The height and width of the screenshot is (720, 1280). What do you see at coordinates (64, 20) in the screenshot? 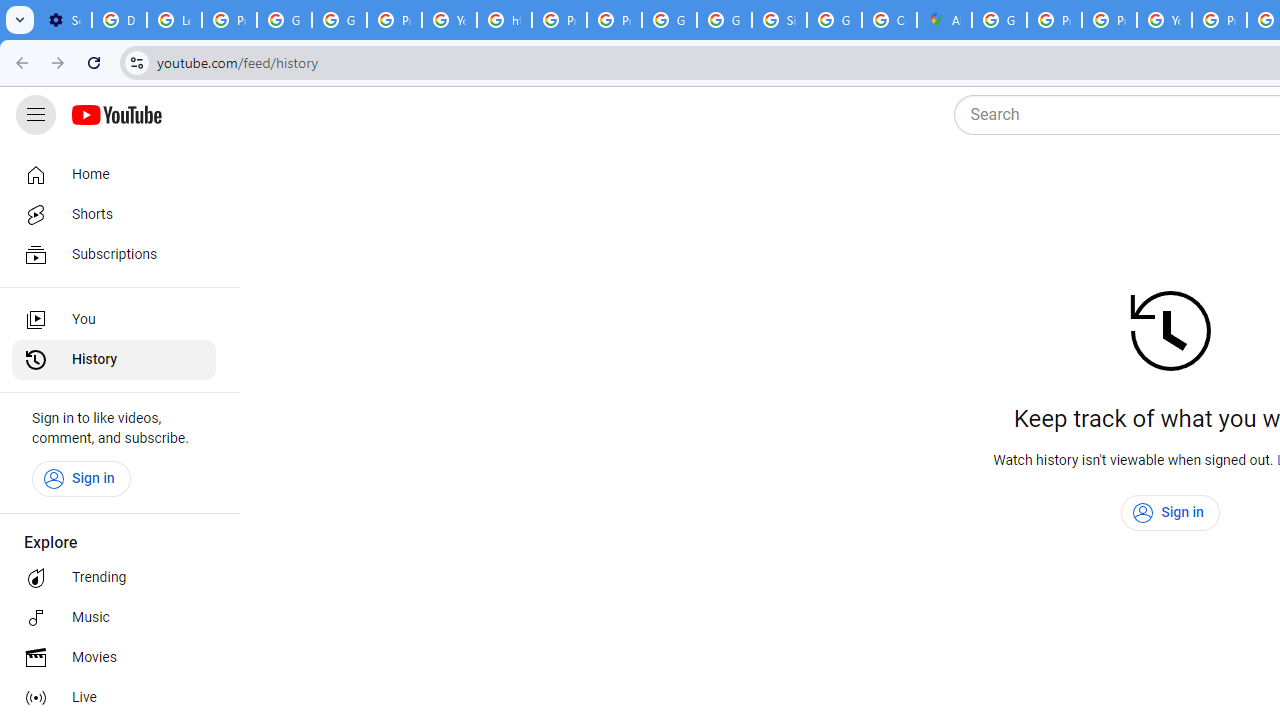
I see `'Settings - On startup'` at bounding box center [64, 20].